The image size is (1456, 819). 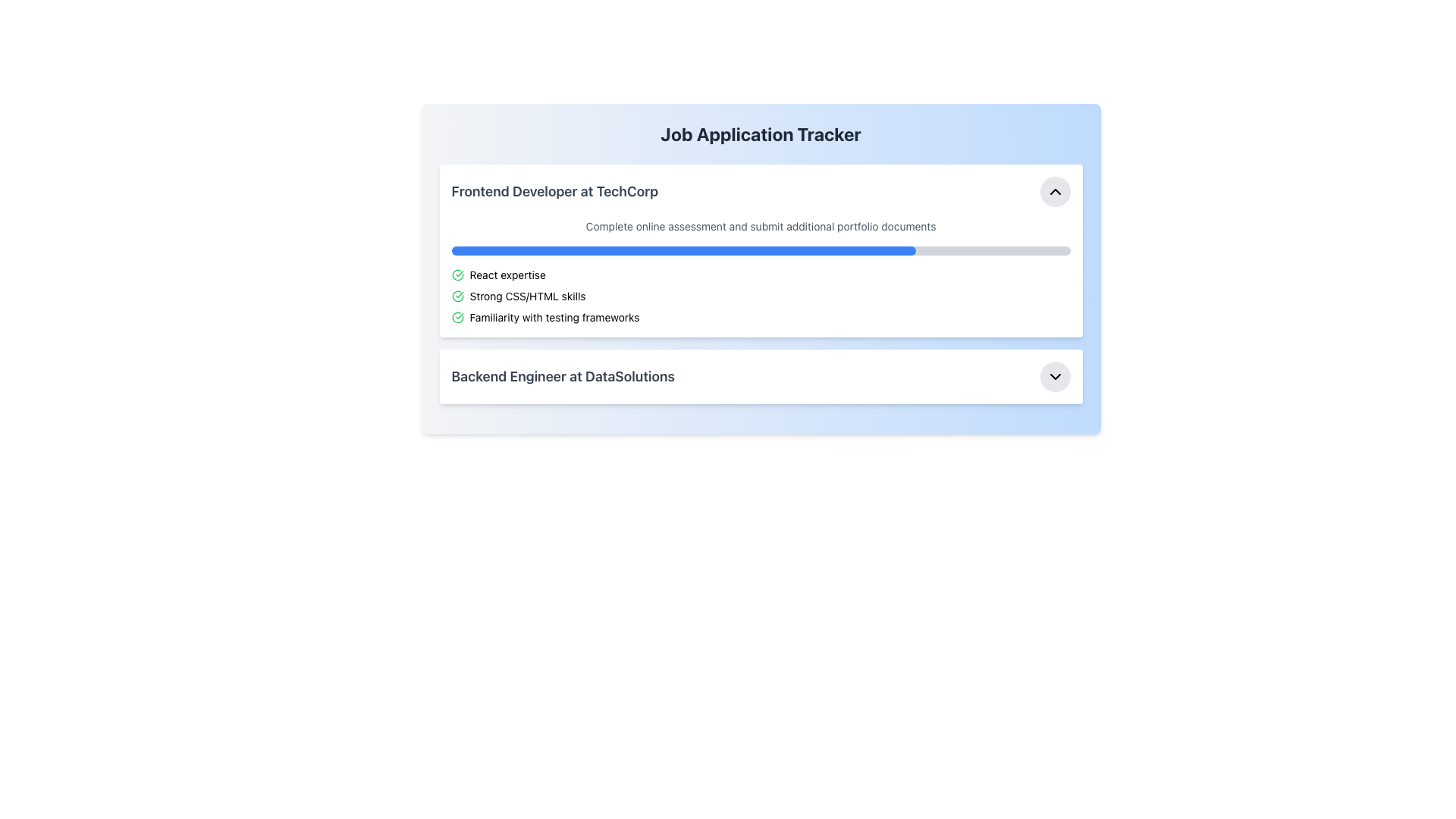 I want to click on the Progress Bar Indicator showing 75% completion for the 'Frontend Developer at TechCorp' job application, so click(x=682, y=250).